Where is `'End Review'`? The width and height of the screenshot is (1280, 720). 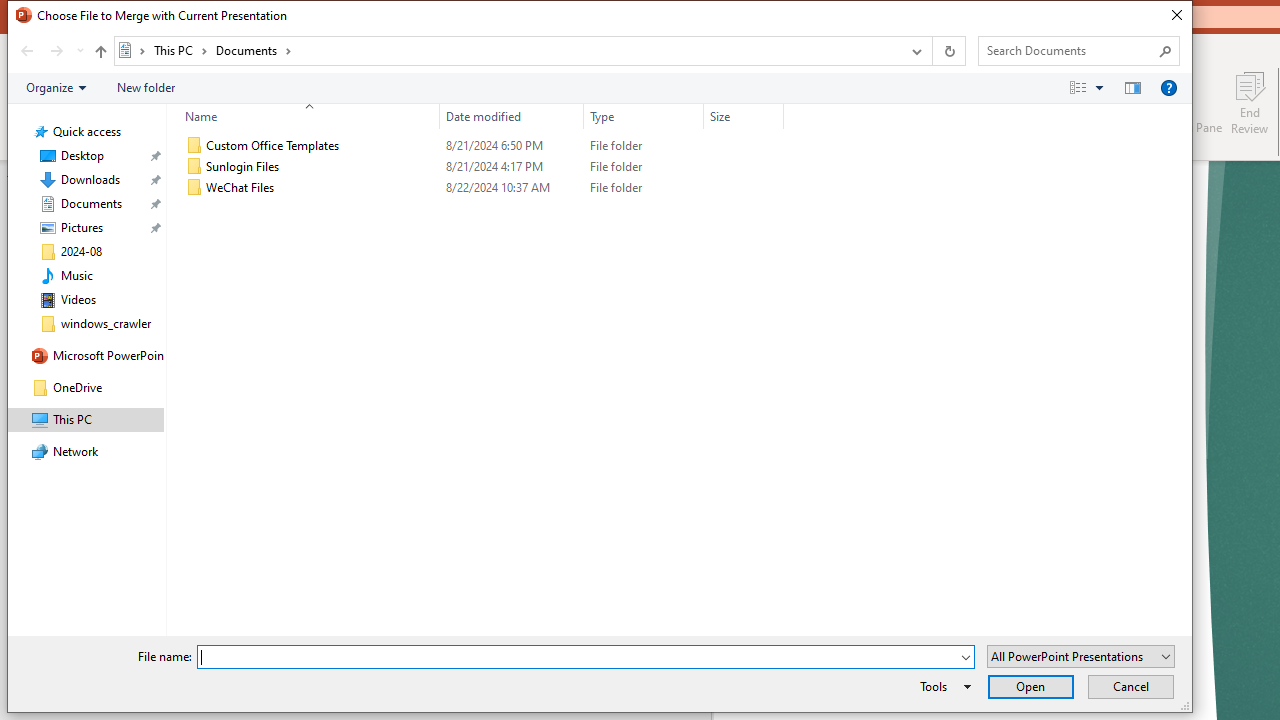
'End Review' is located at coordinates (1248, 103).